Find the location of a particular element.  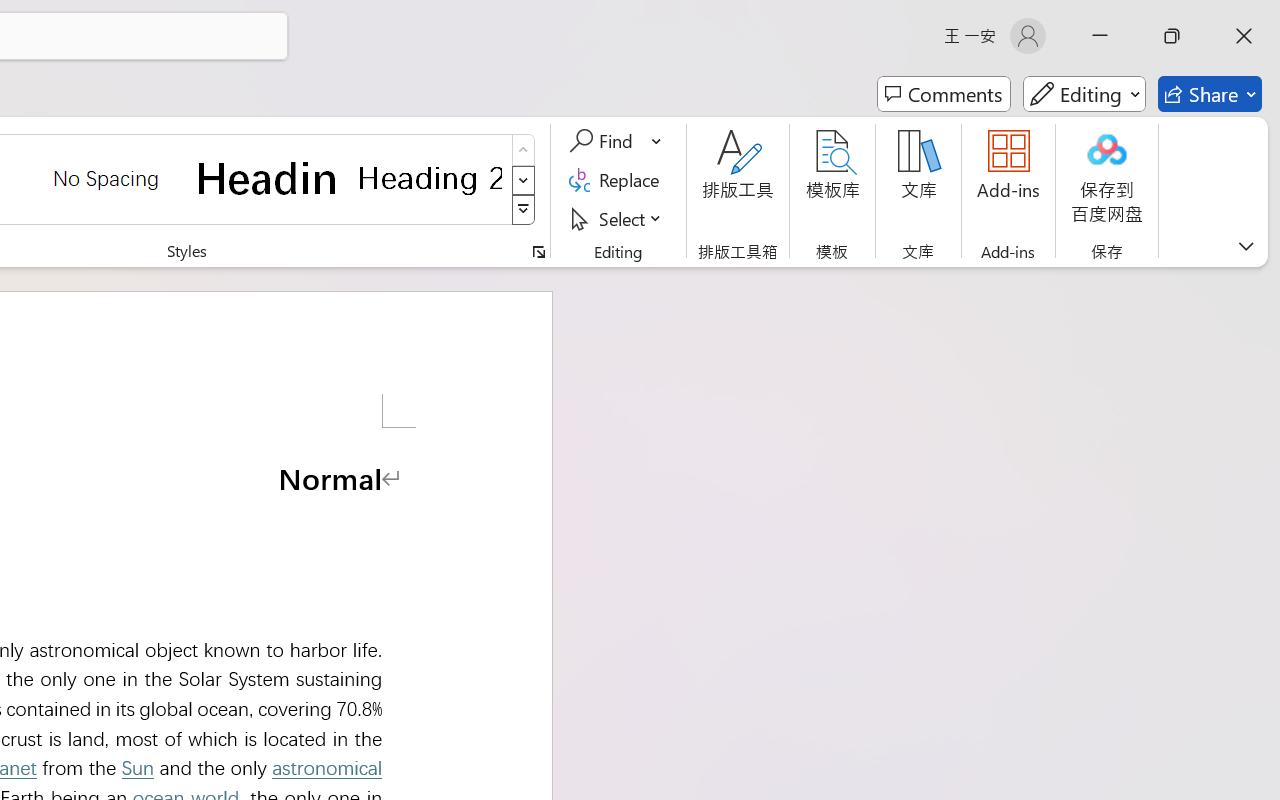

'Styles...' is located at coordinates (538, 251).